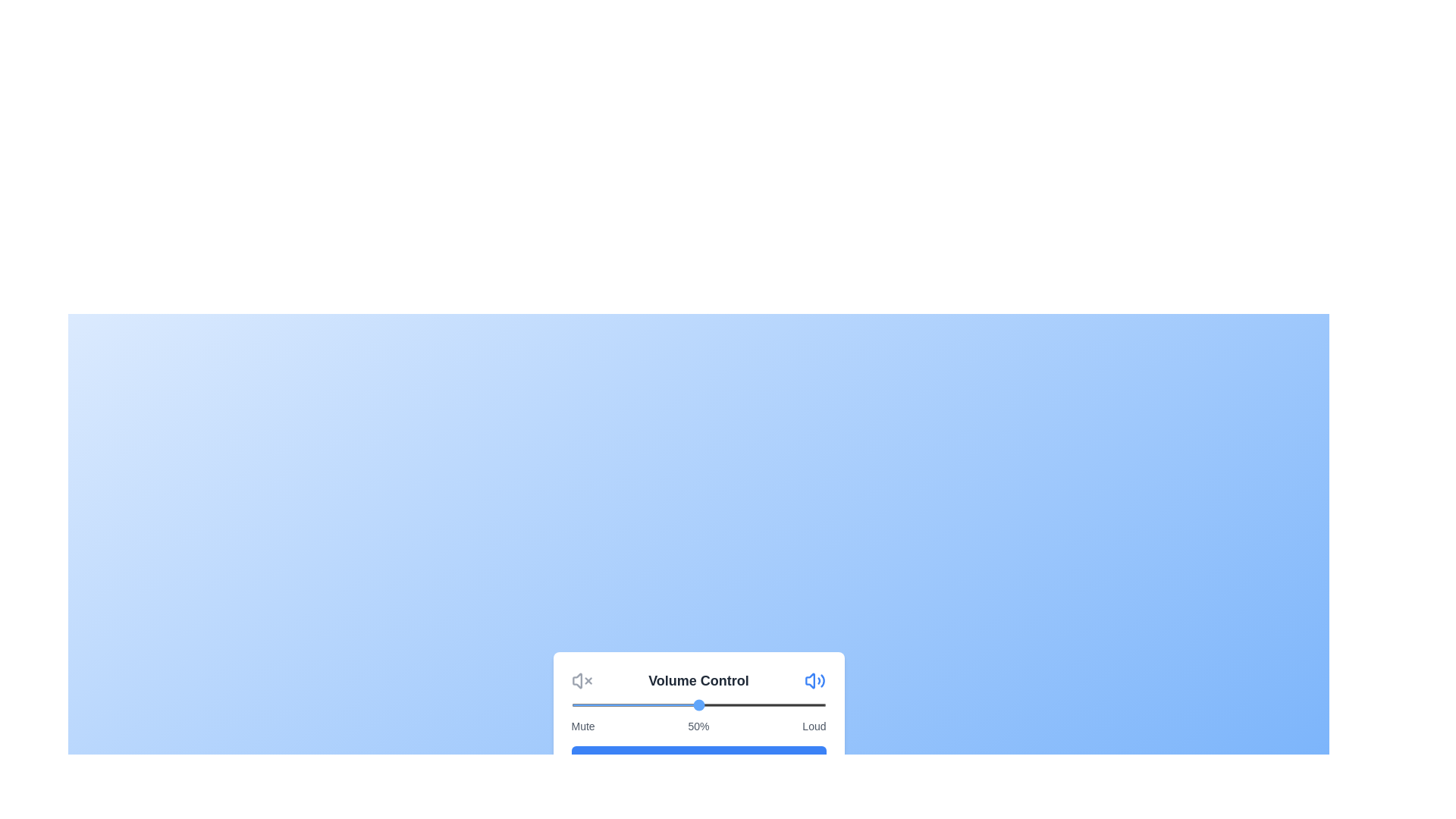 The width and height of the screenshot is (1456, 819). I want to click on the volume slider to 85%, so click(788, 704).